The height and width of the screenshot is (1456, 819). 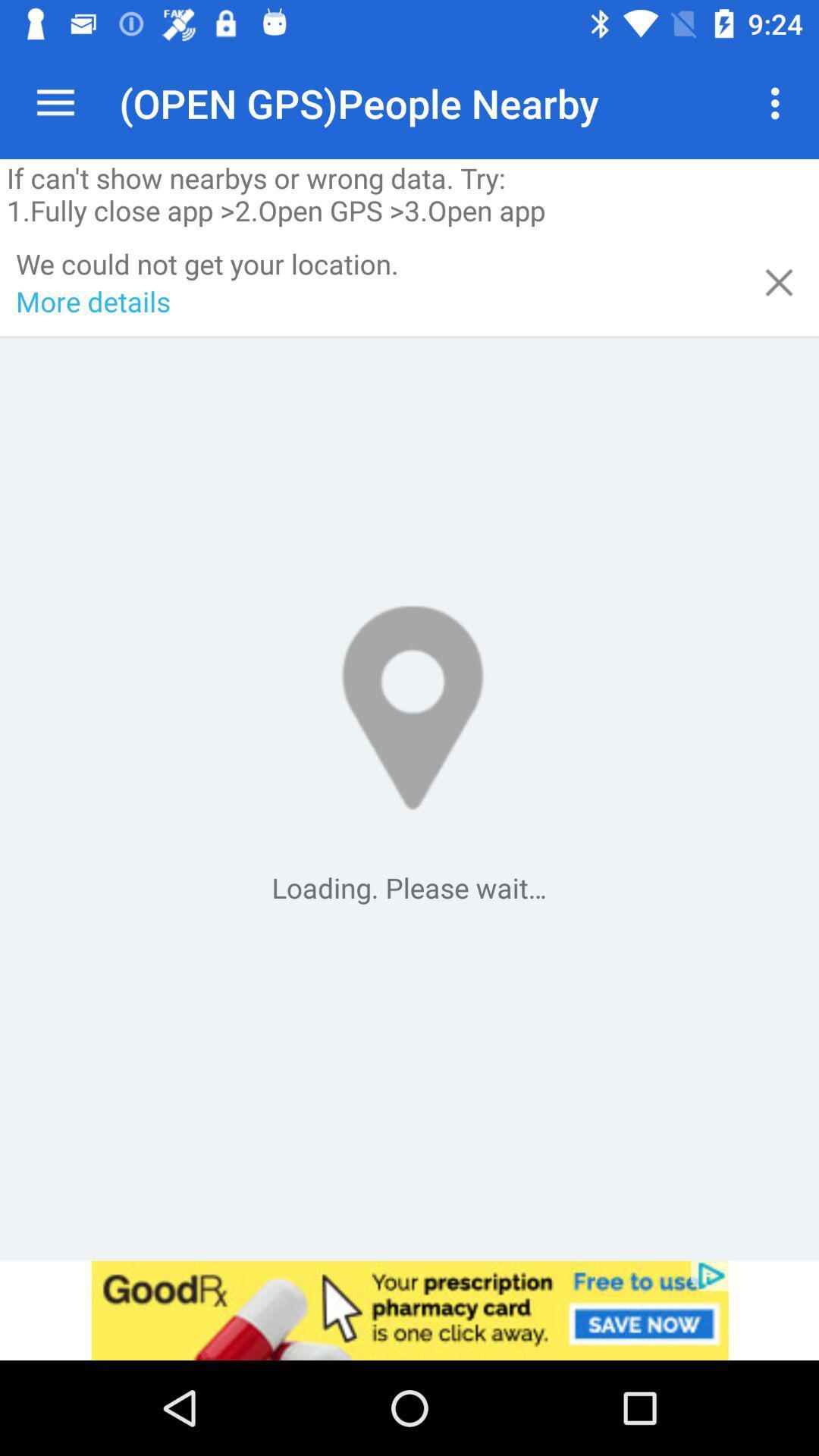 What do you see at coordinates (779, 282) in the screenshot?
I see `the close icon` at bounding box center [779, 282].